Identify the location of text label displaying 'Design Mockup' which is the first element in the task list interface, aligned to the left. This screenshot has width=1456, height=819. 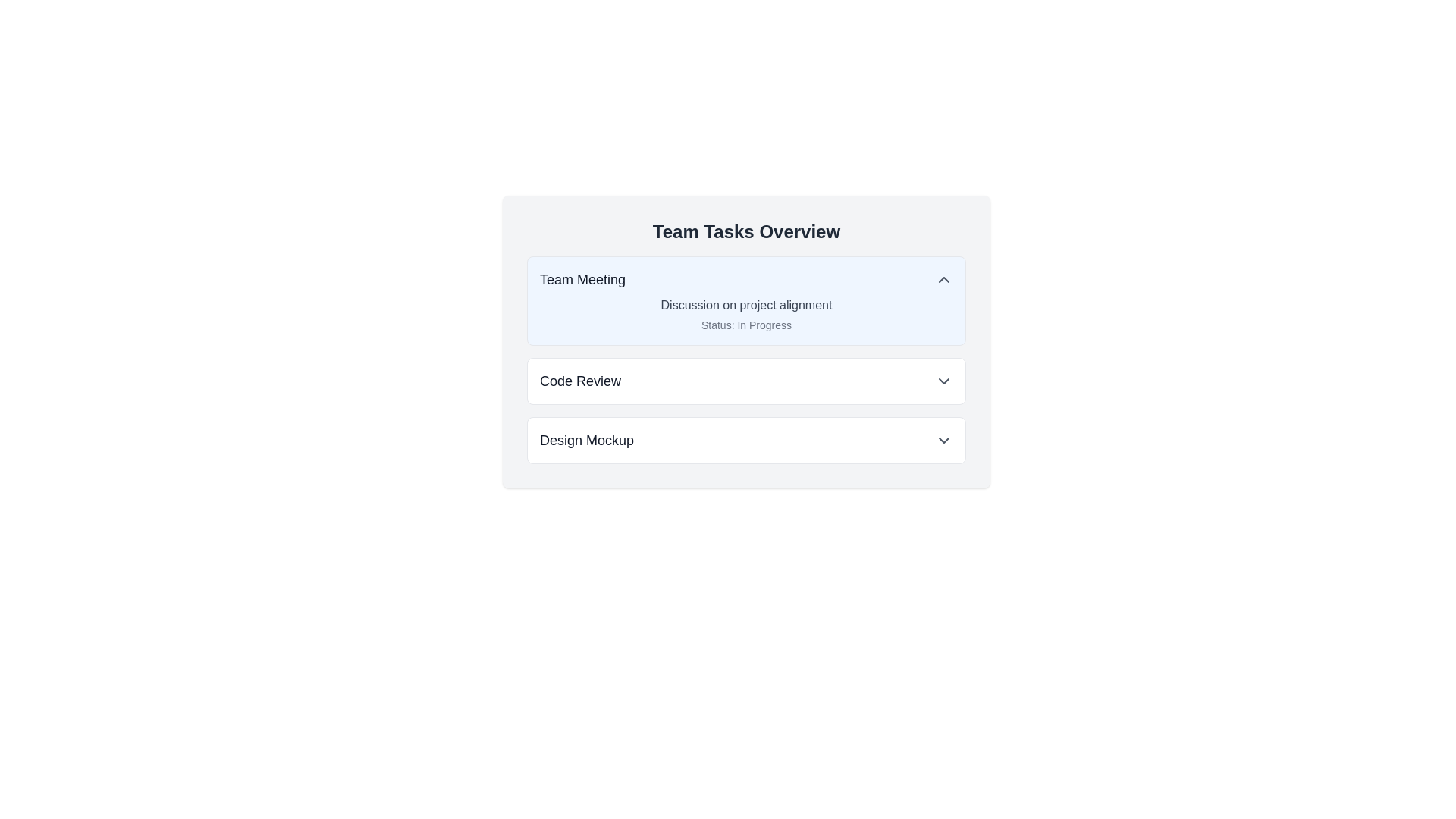
(585, 441).